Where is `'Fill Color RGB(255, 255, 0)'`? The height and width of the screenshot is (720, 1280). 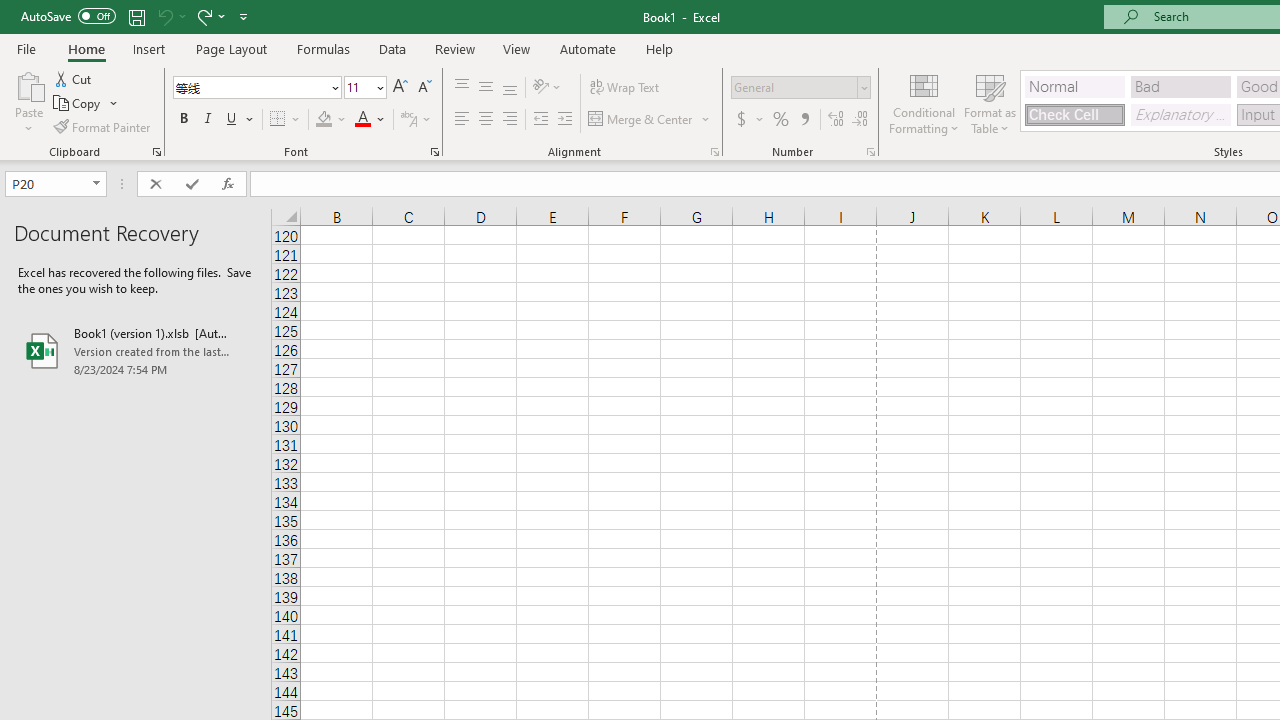 'Fill Color RGB(255, 255, 0)' is located at coordinates (324, 119).